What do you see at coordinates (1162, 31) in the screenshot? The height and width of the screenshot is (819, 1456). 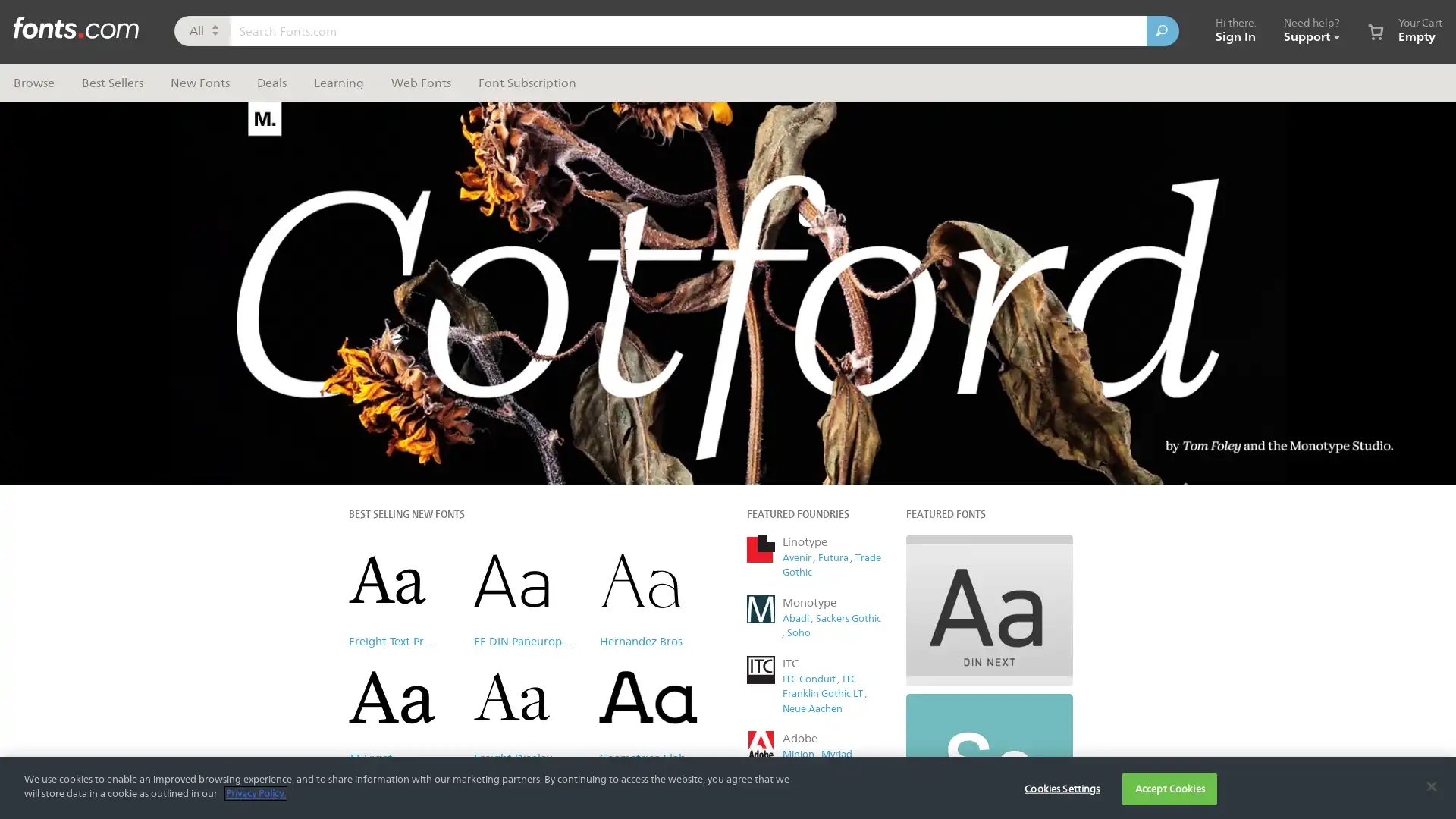 I see `Search` at bounding box center [1162, 31].